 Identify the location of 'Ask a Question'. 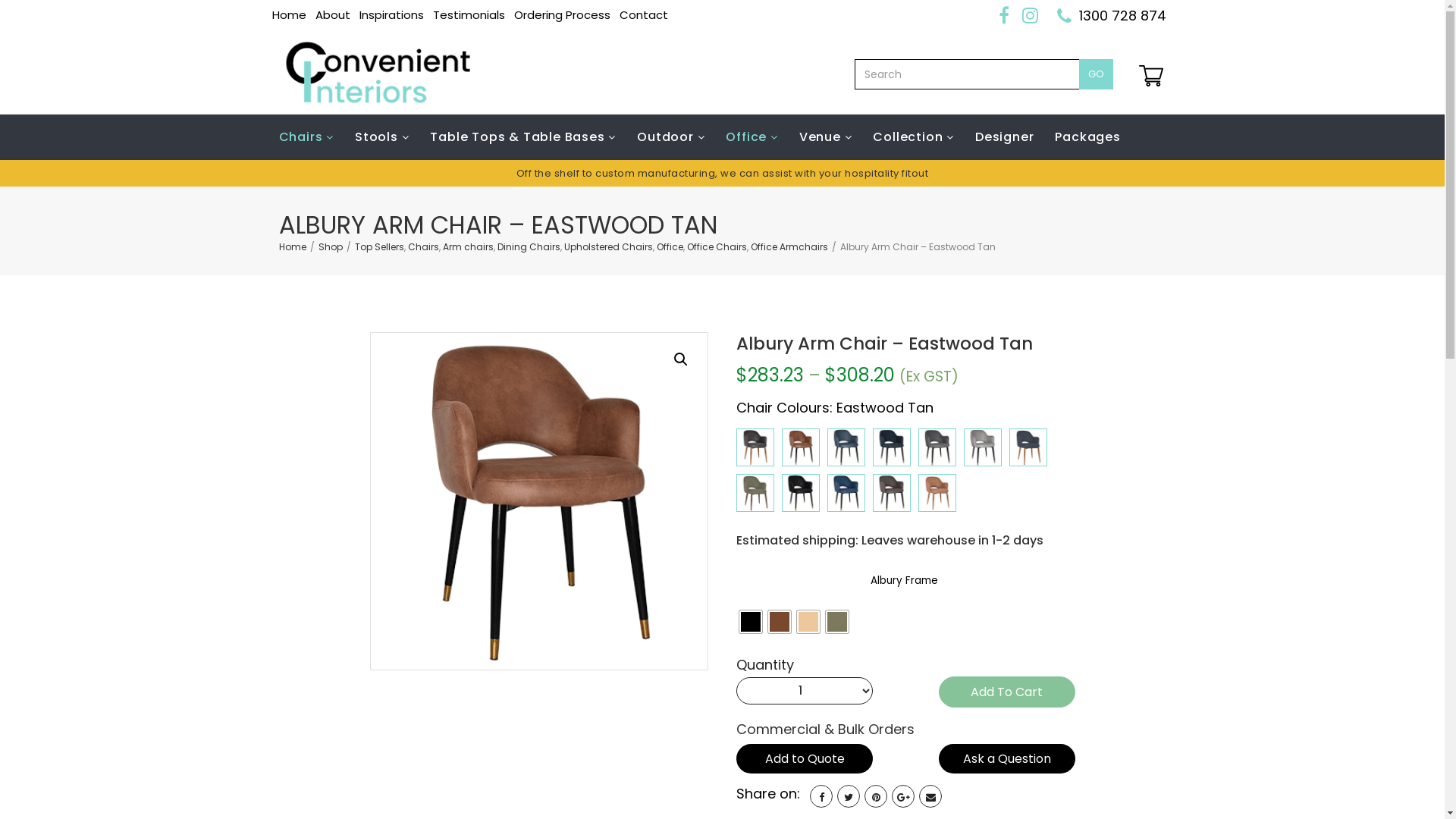
(1007, 758).